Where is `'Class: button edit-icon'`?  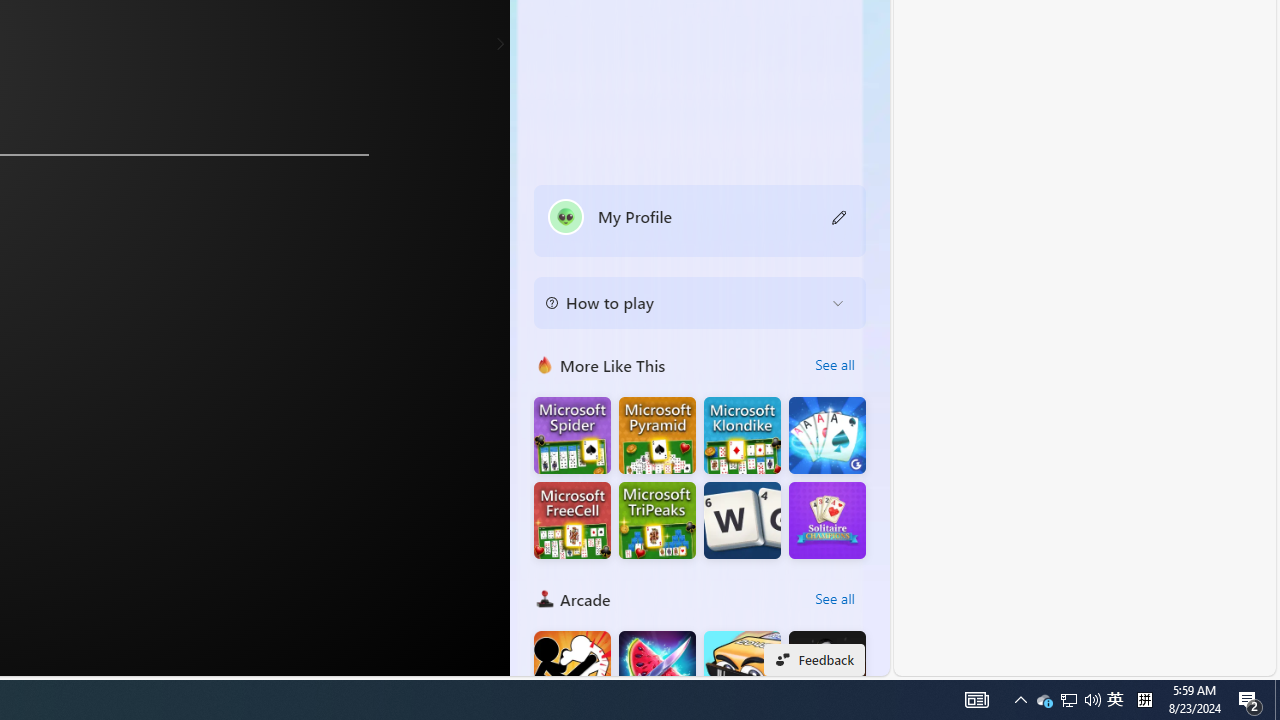 'Class: button edit-icon' is located at coordinates (839, 216).